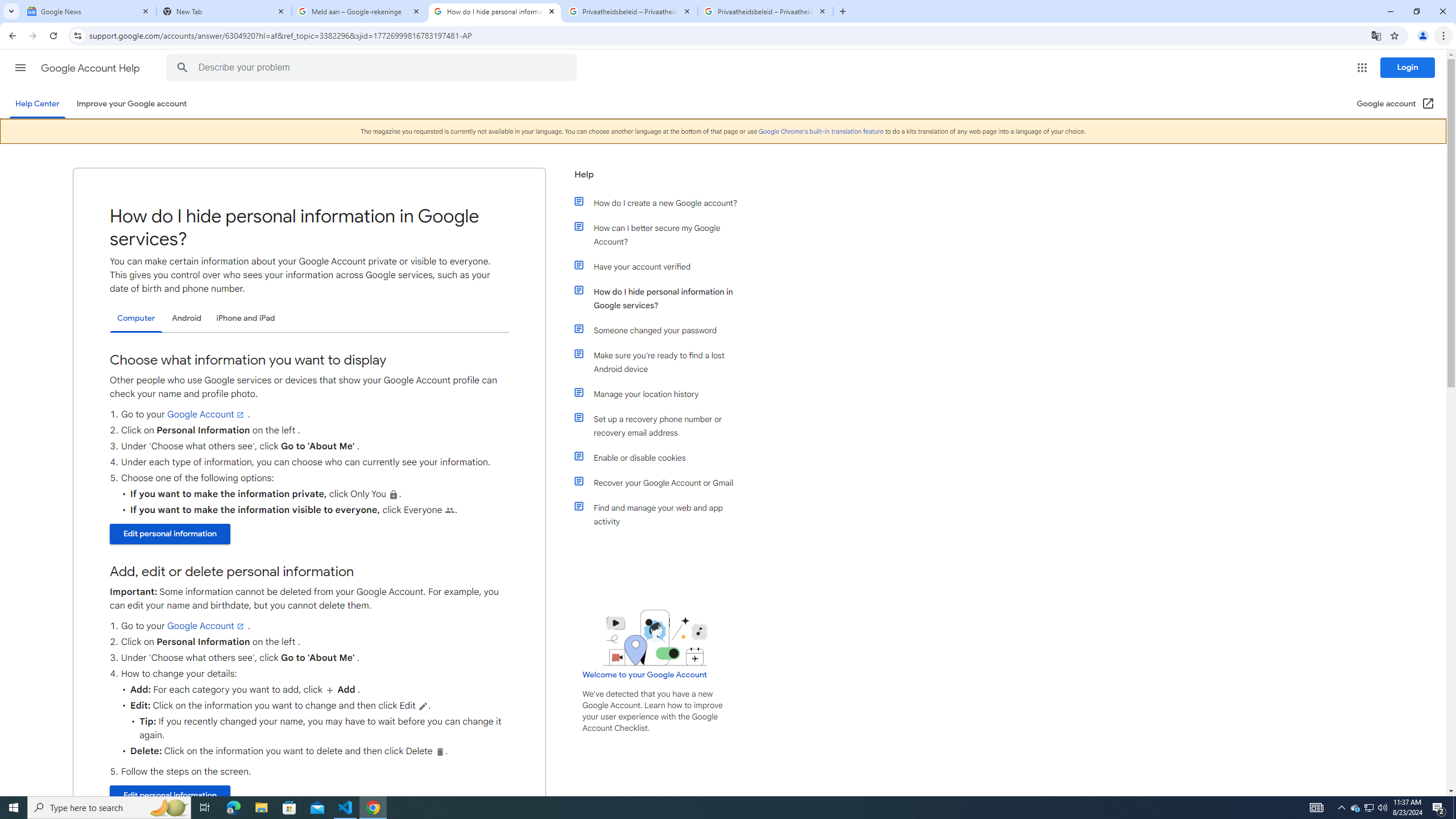 This screenshot has width=1456, height=819. Describe the element at coordinates (373, 67) in the screenshot. I see `'Describe your problem'` at that location.